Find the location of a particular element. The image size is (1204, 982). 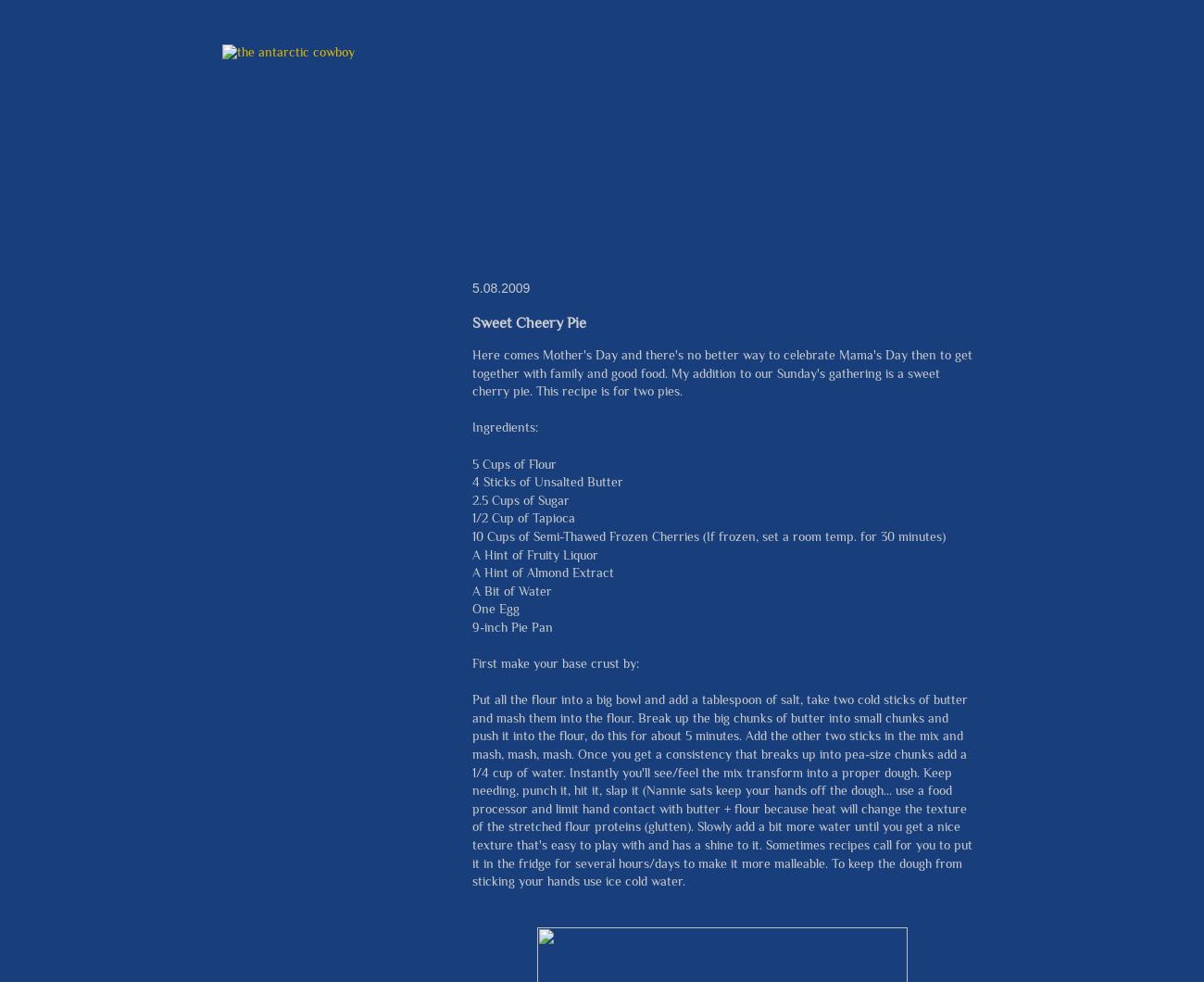

'Sweet Cheery Pie' is located at coordinates (528, 321).